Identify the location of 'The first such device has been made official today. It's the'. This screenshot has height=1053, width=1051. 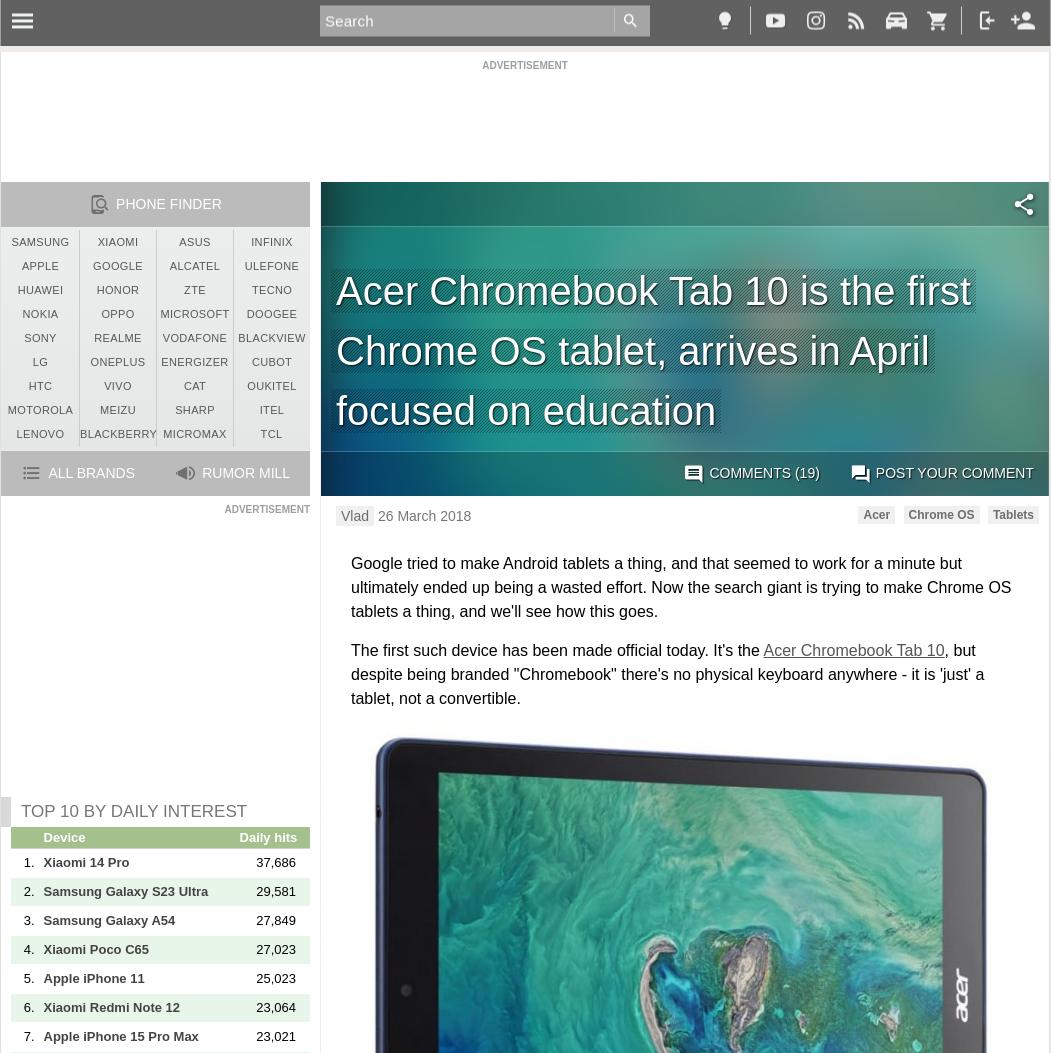
(556, 649).